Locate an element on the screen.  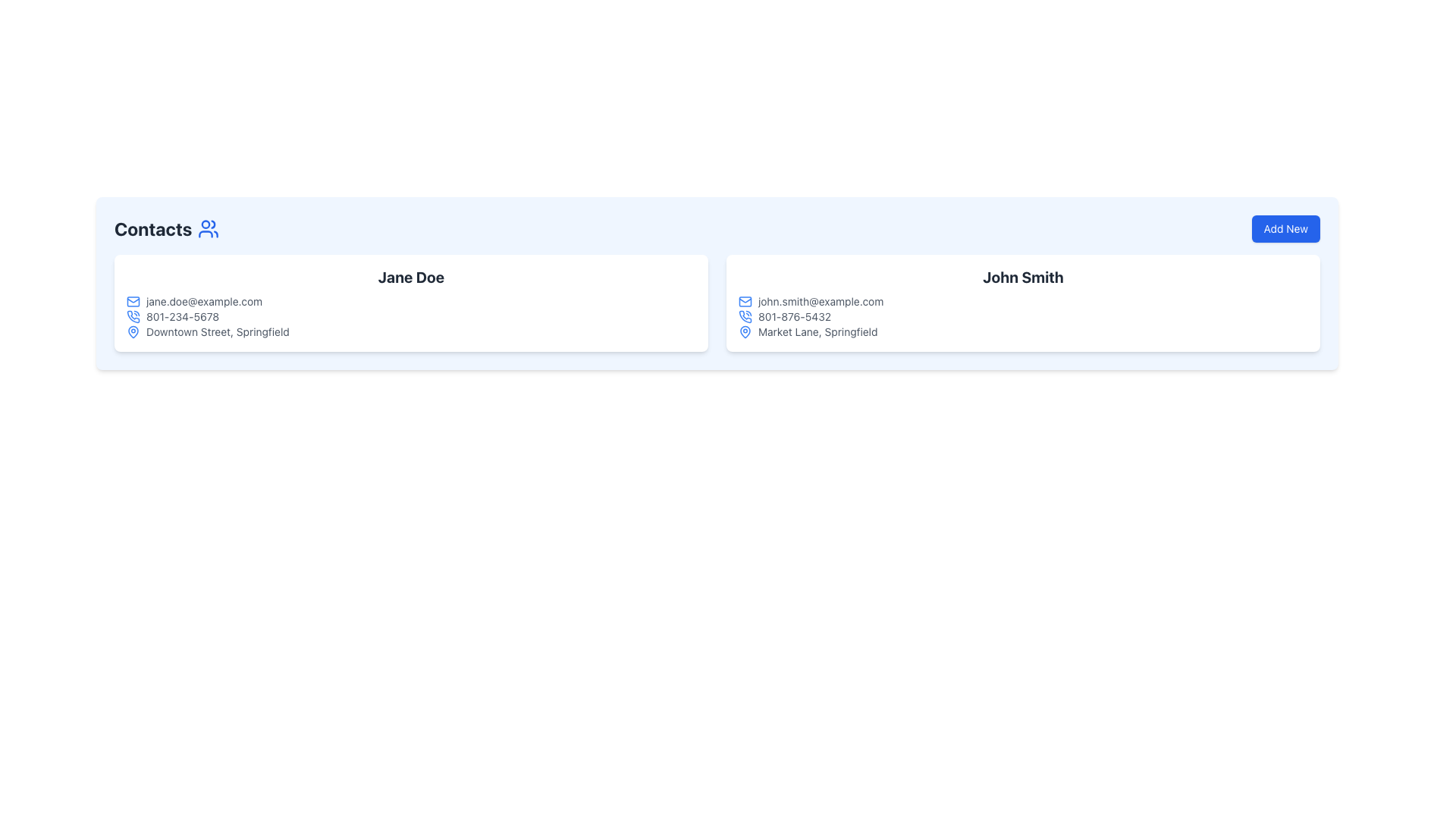
the 'Contacts' text label that displays the word 'Contacts' in bold, large font, accompanied by a user icon on its right is located at coordinates (167, 228).